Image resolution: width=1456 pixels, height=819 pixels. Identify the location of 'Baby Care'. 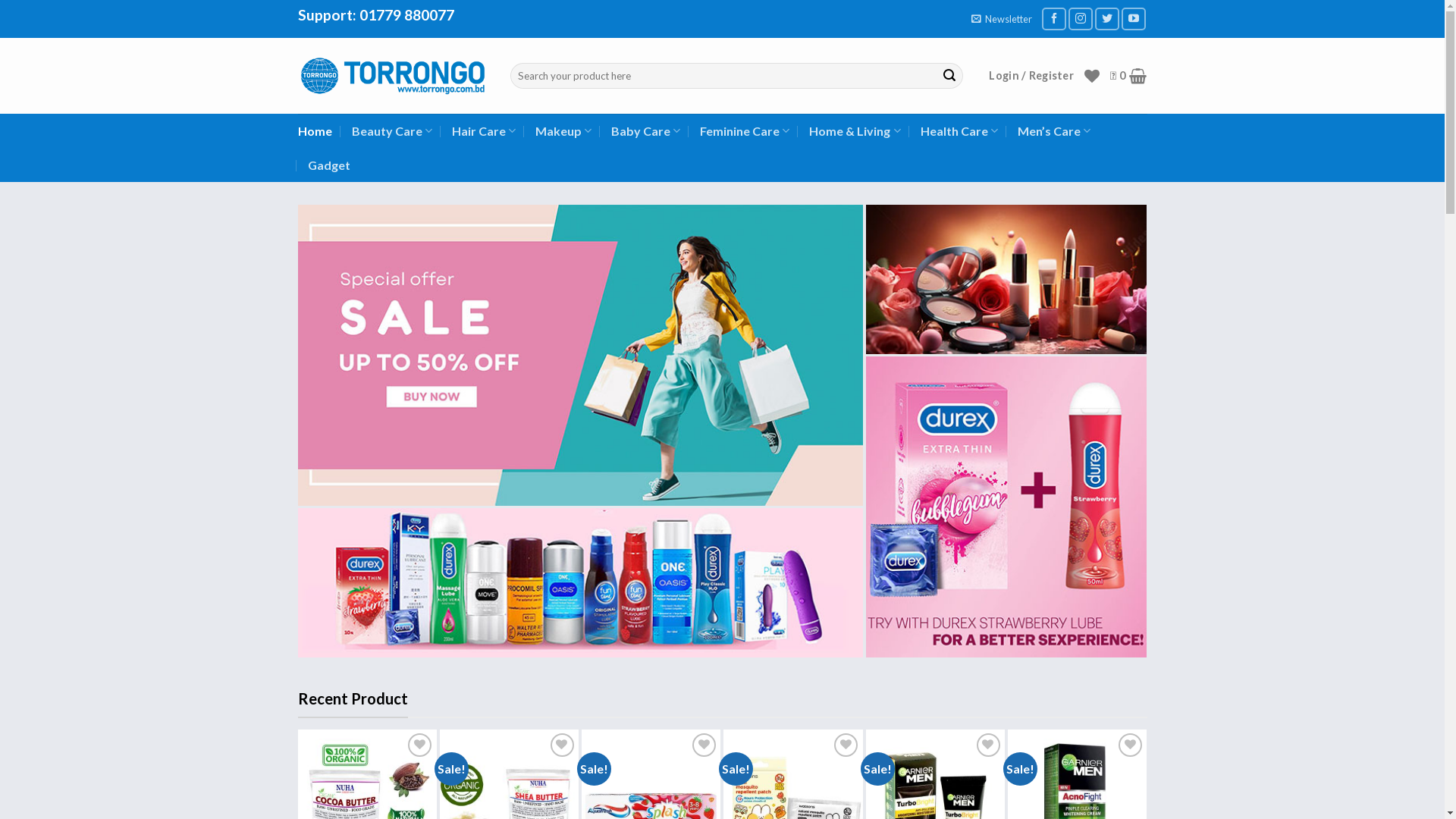
(611, 130).